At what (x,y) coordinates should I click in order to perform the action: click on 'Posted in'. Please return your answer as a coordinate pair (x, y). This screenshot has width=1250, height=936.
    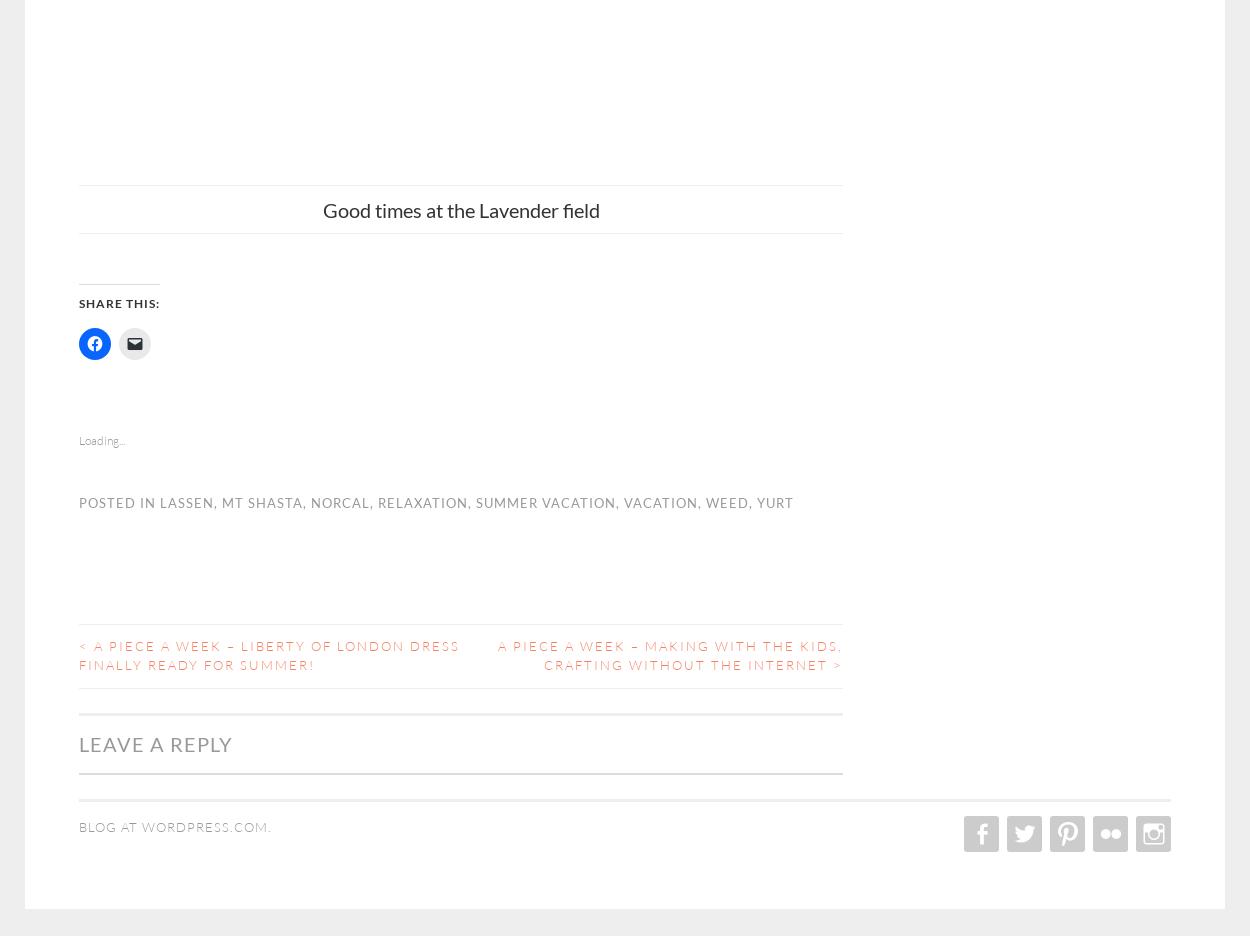
    Looking at the image, I should click on (118, 500).